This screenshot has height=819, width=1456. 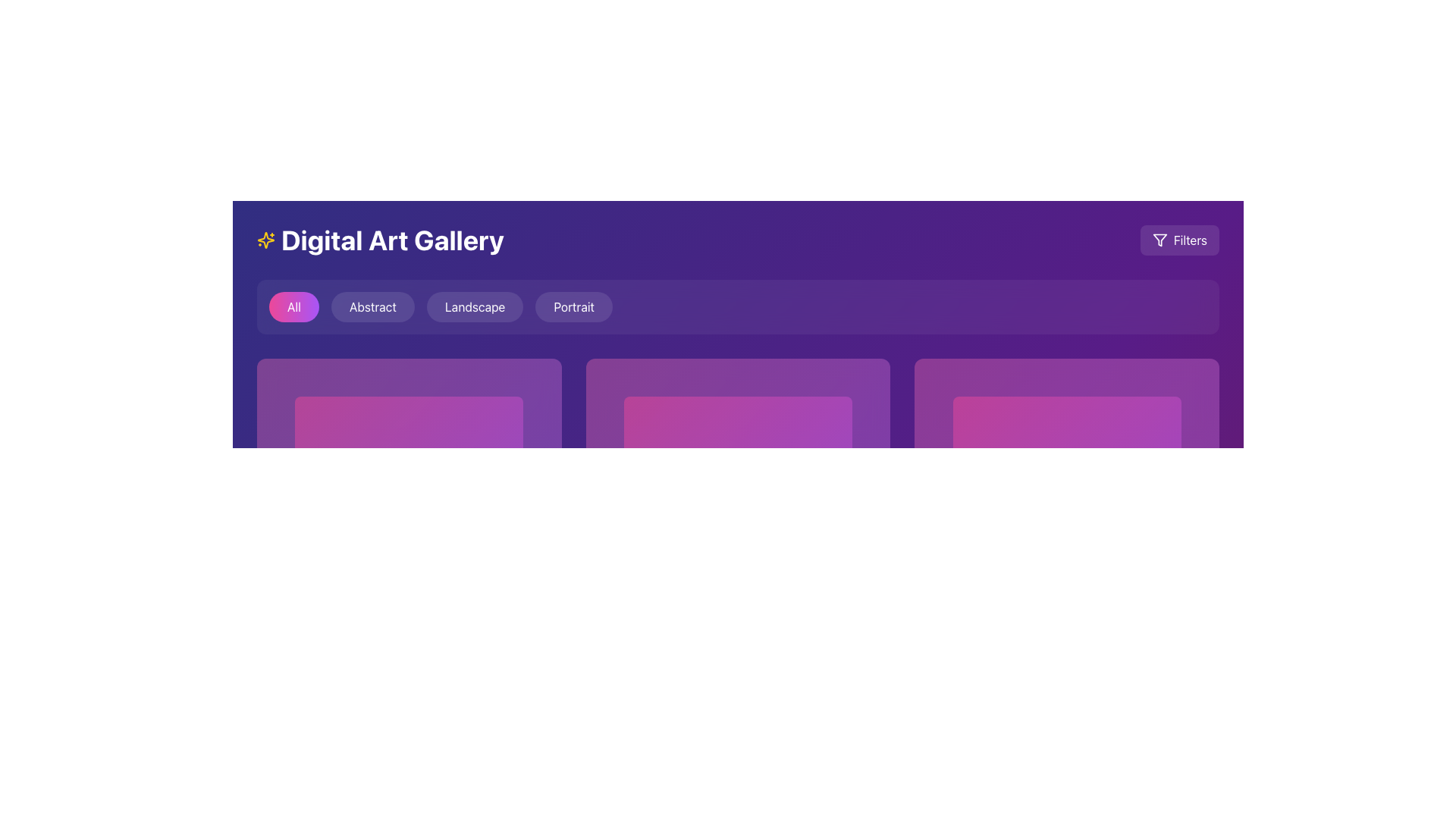 What do you see at coordinates (738, 510) in the screenshot?
I see `the gradient-filled rounded rectangle component that transitions from pink to purple, which is semi-transparent and becomes less transparent on hover` at bounding box center [738, 510].